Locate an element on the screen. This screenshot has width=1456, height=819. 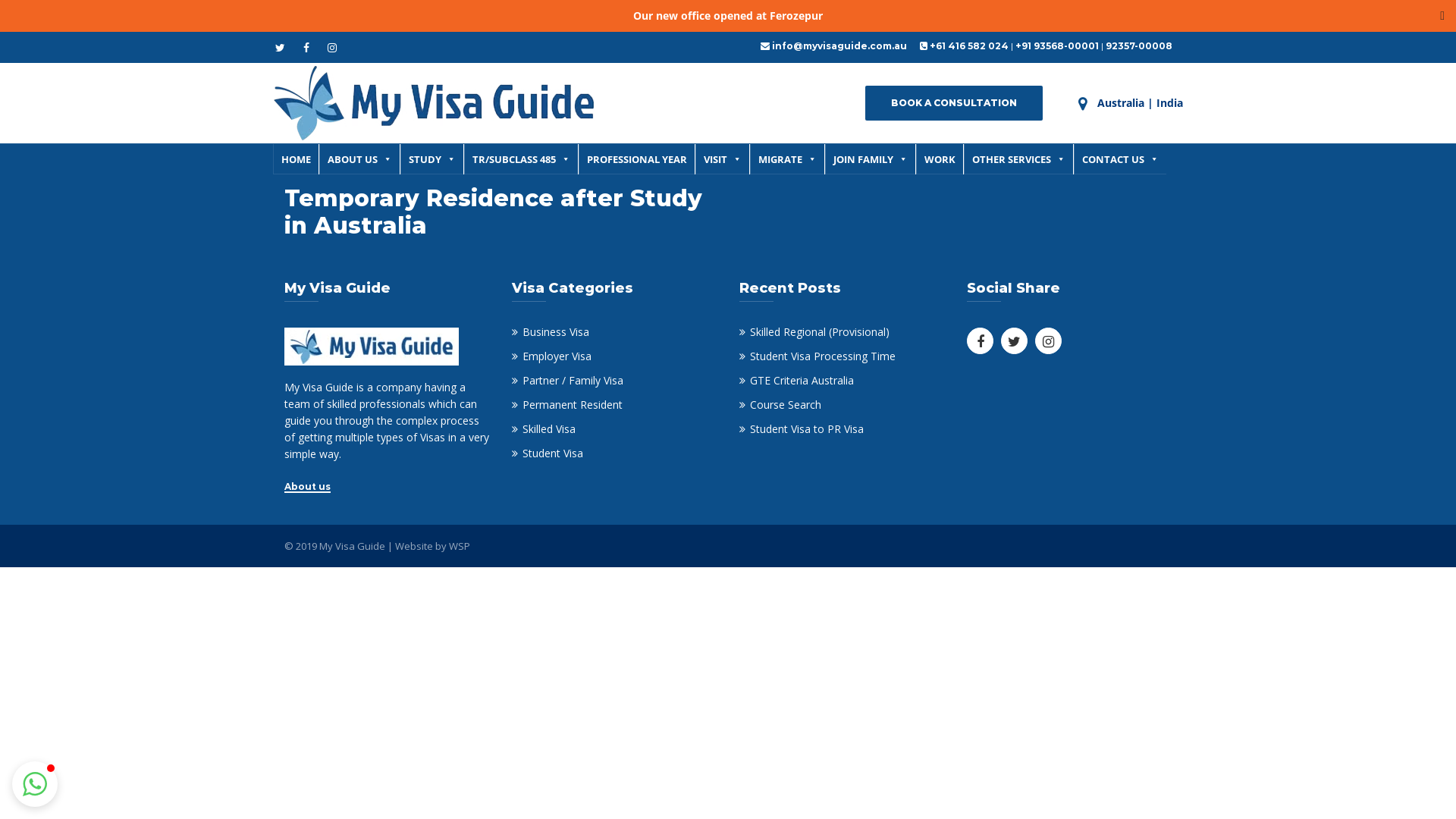
'STUDY' is located at coordinates (431, 158).